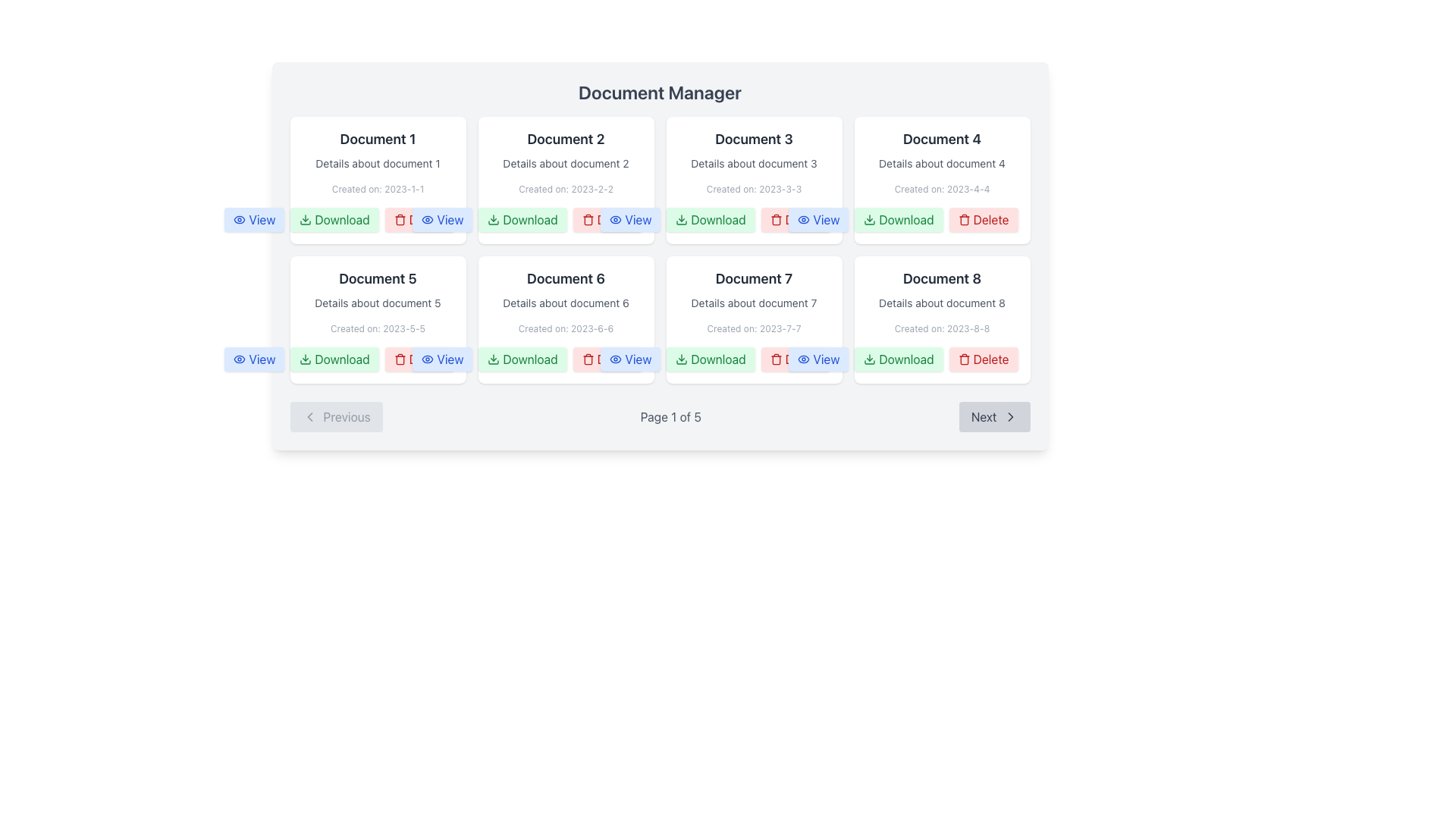 This screenshot has width=1456, height=819. What do you see at coordinates (941, 318) in the screenshot?
I see `the 'Download' button on the document card located in the fourth column of the second row under the 'Document Manager' section to initiate the download of the document` at bounding box center [941, 318].